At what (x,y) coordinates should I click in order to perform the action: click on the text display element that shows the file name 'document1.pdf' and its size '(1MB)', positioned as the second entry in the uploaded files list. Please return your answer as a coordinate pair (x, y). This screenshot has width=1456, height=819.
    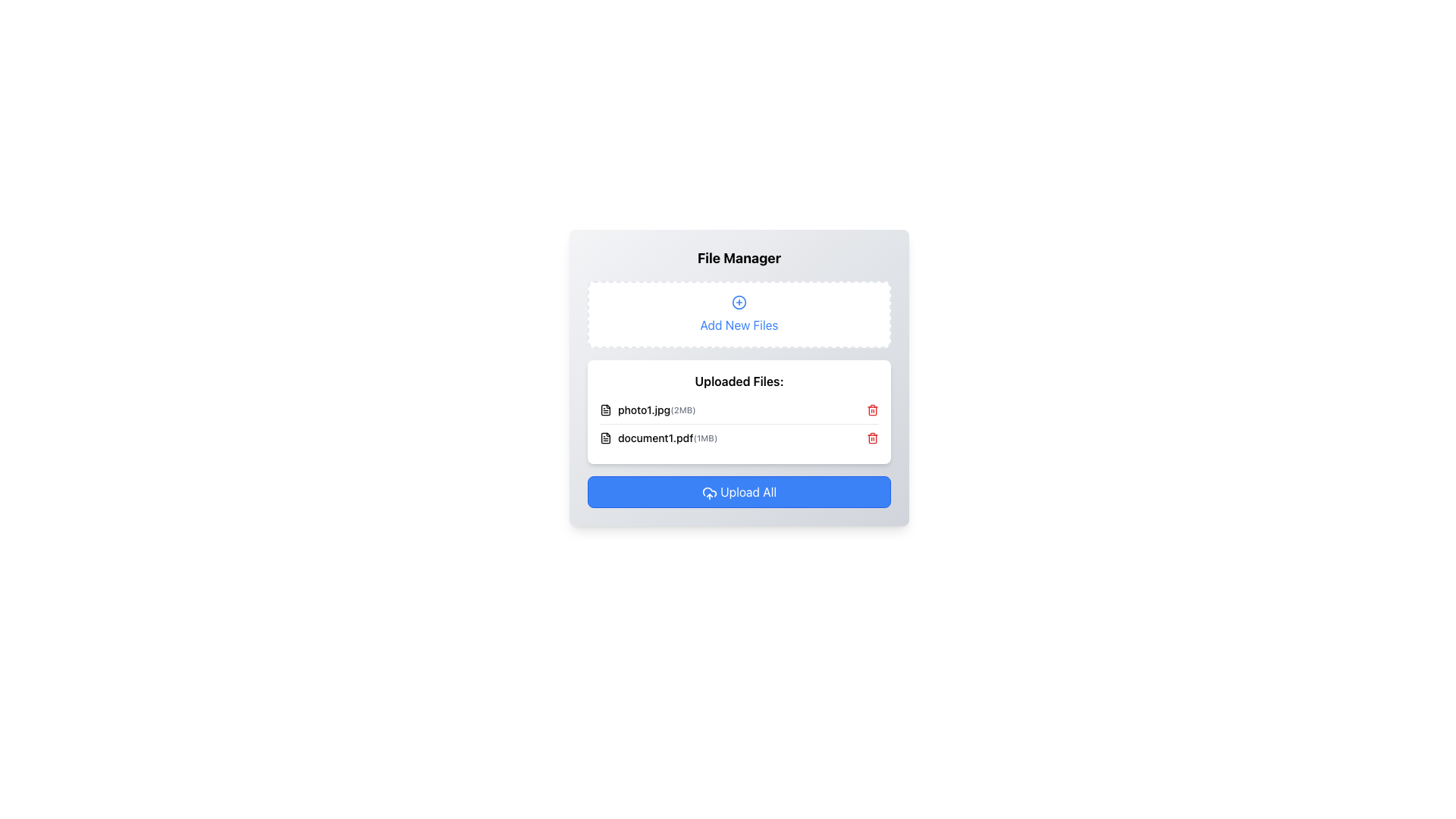
    Looking at the image, I should click on (667, 438).